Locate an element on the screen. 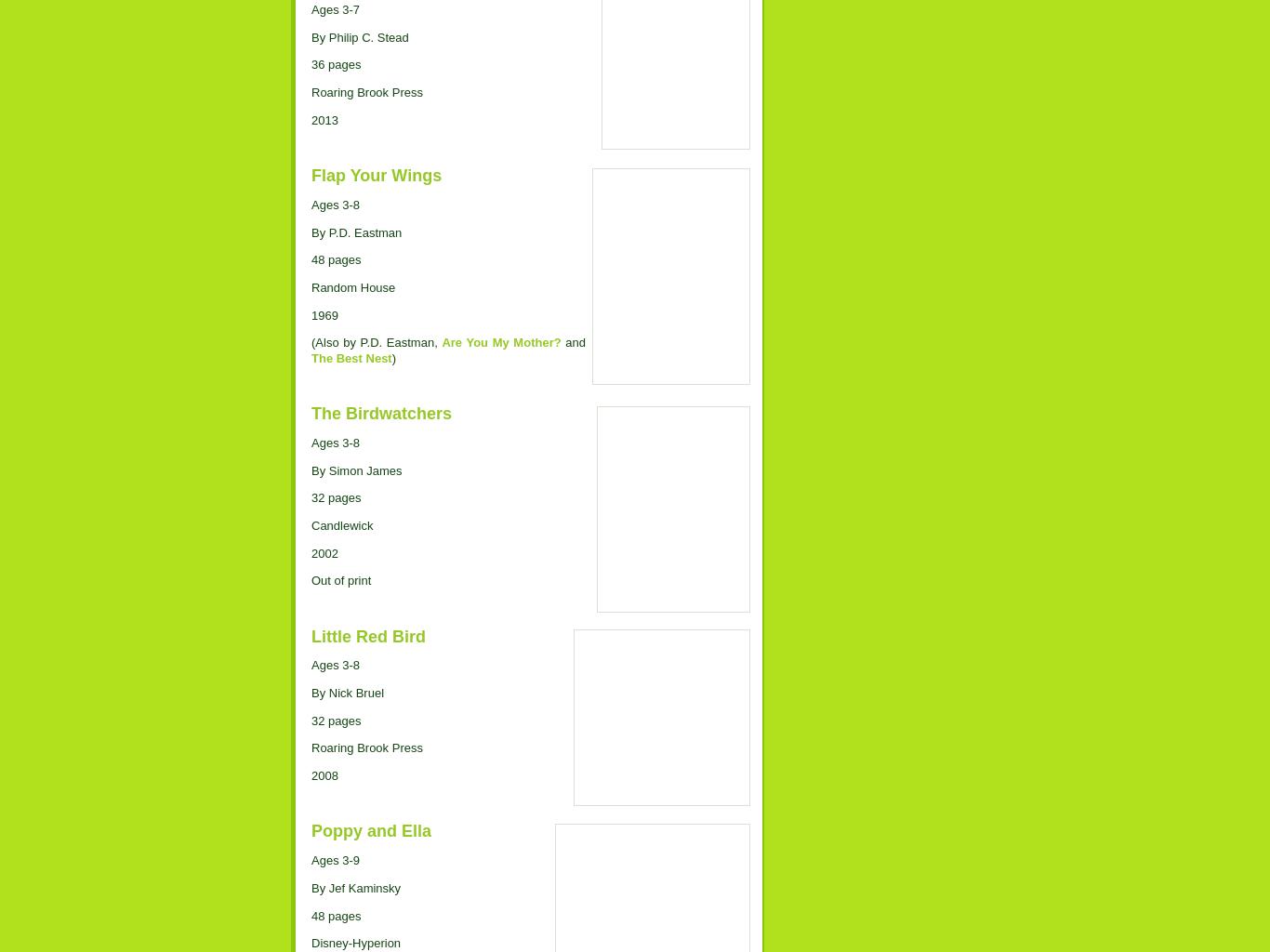 The height and width of the screenshot is (952, 1270). 'Random House' is located at coordinates (352, 285).